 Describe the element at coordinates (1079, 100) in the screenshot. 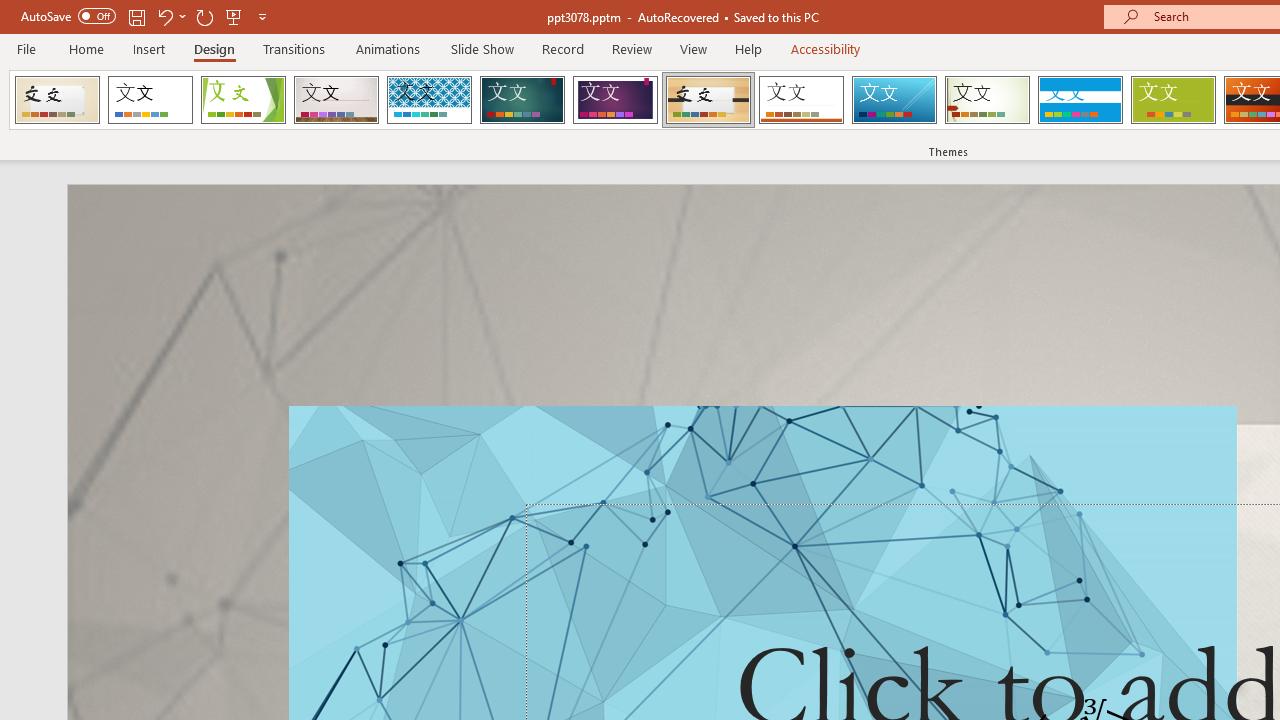

I see `'Banded'` at that location.